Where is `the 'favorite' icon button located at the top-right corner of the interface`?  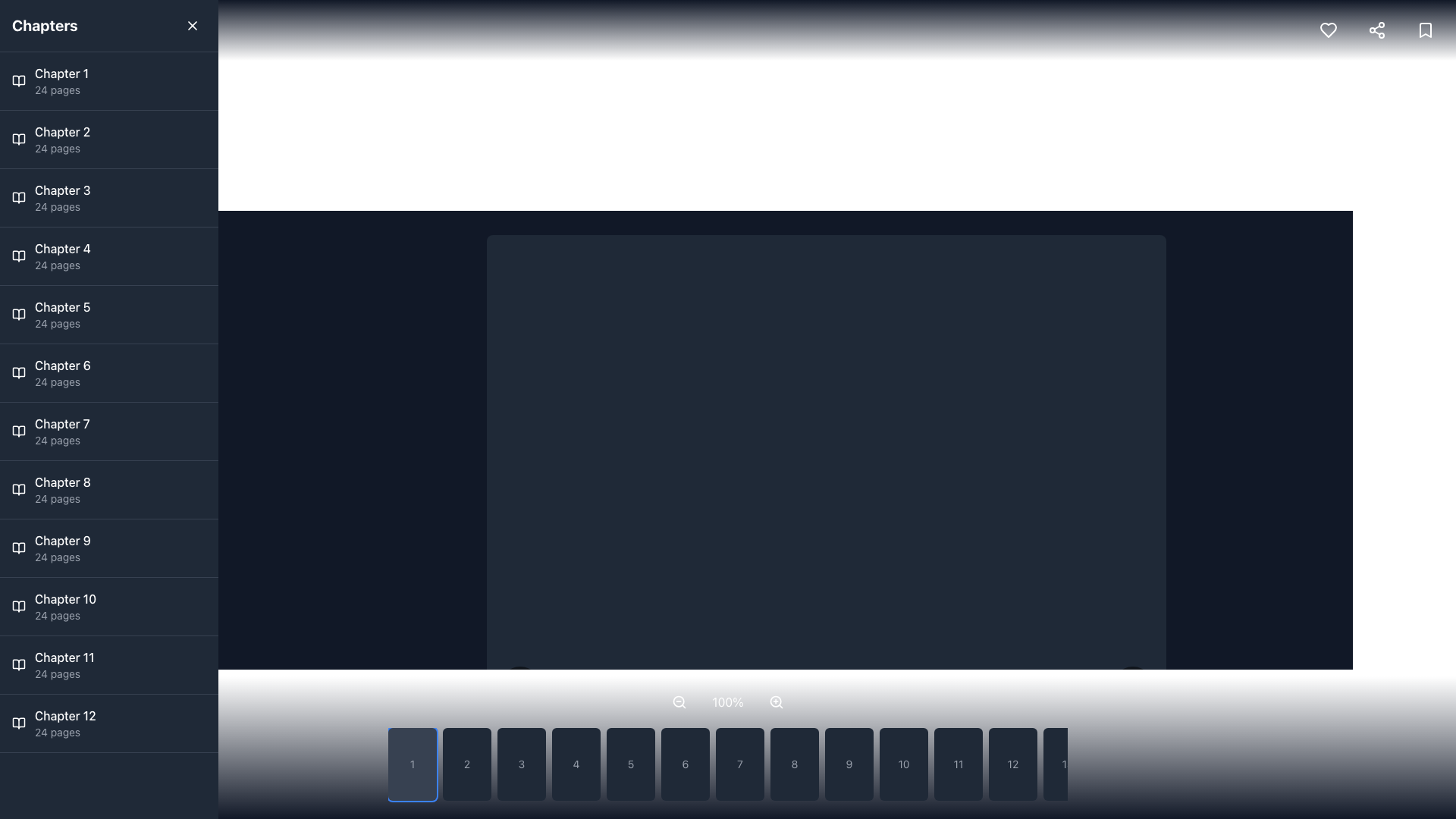 the 'favorite' icon button located at the top-right corner of the interface is located at coordinates (1328, 30).